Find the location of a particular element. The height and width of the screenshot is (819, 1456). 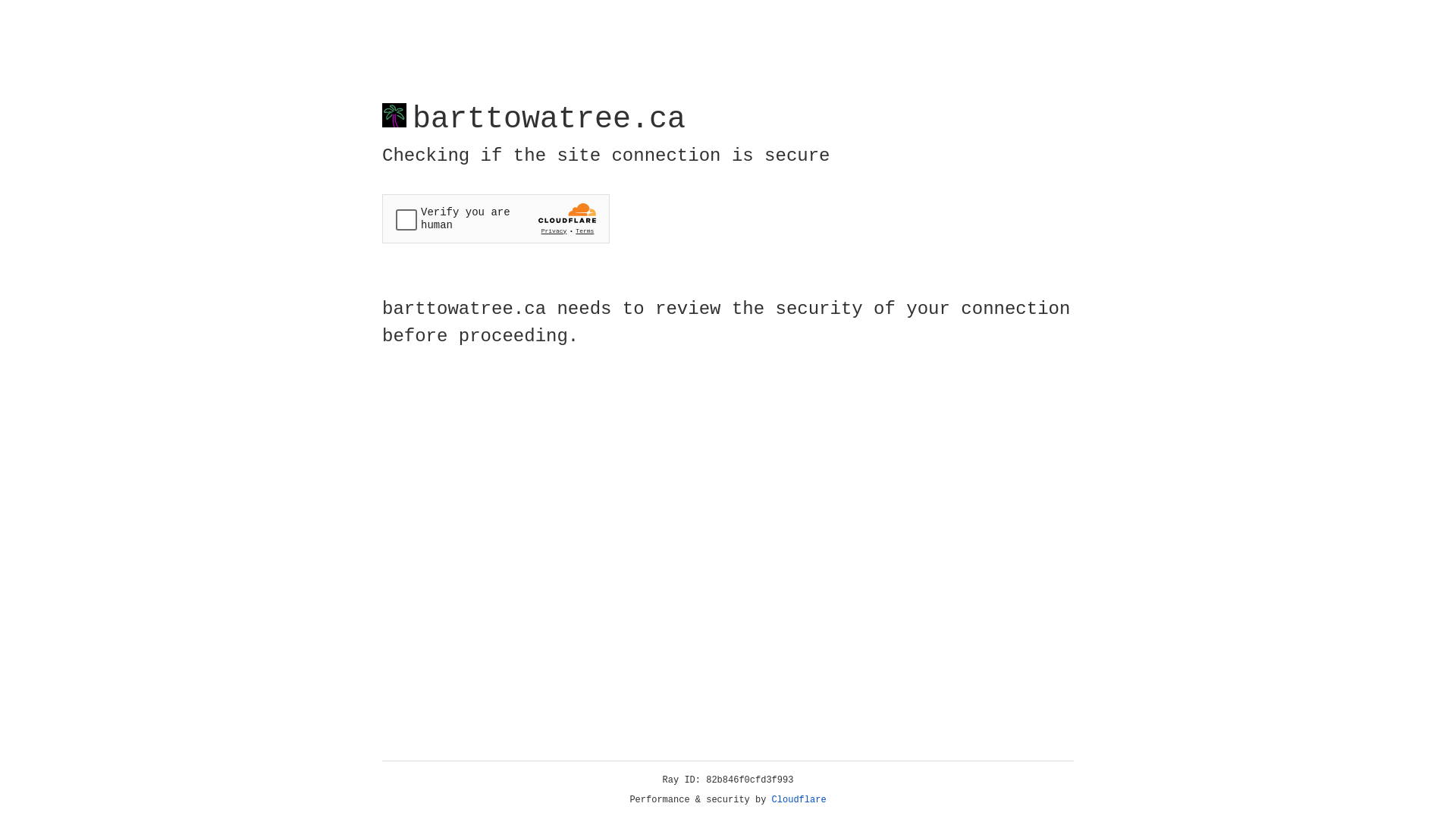

'Widget containing a Cloudflare security challenge' is located at coordinates (495, 218).